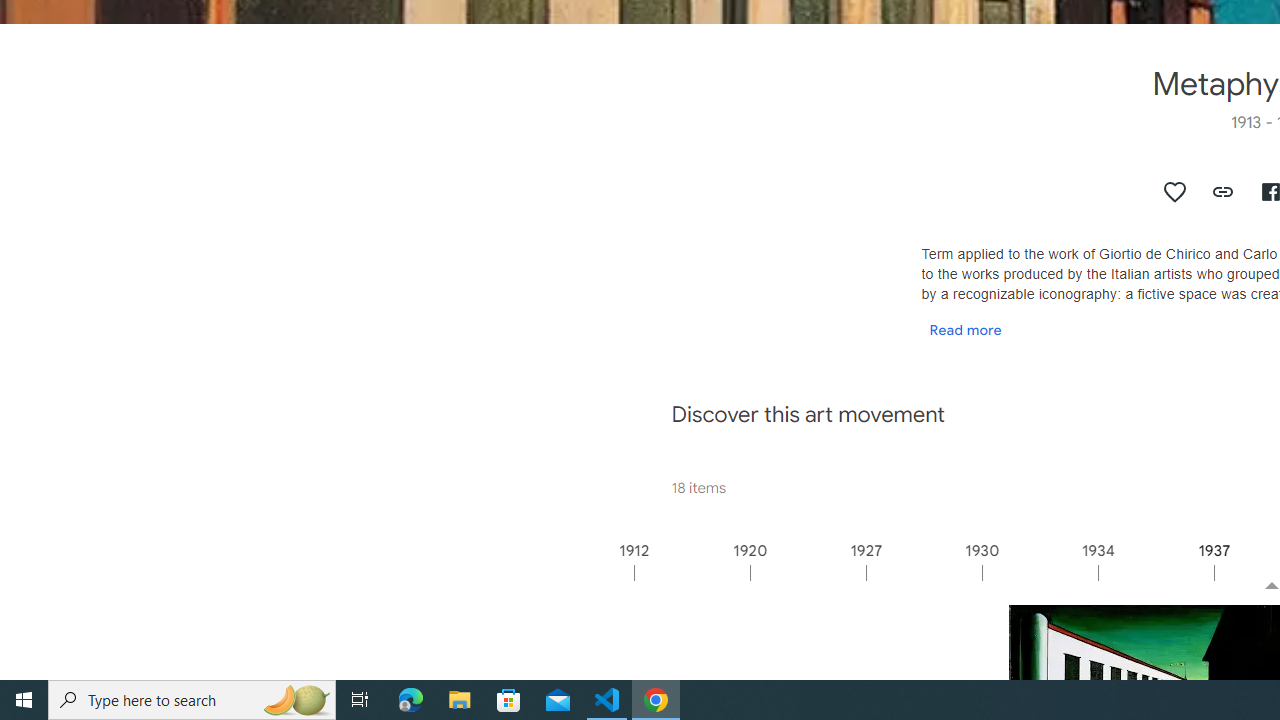 This screenshot has width=1280, height=720. Describe the element at coordinates (1155, 572) in the screenshot. I see `'1934'` at that location.